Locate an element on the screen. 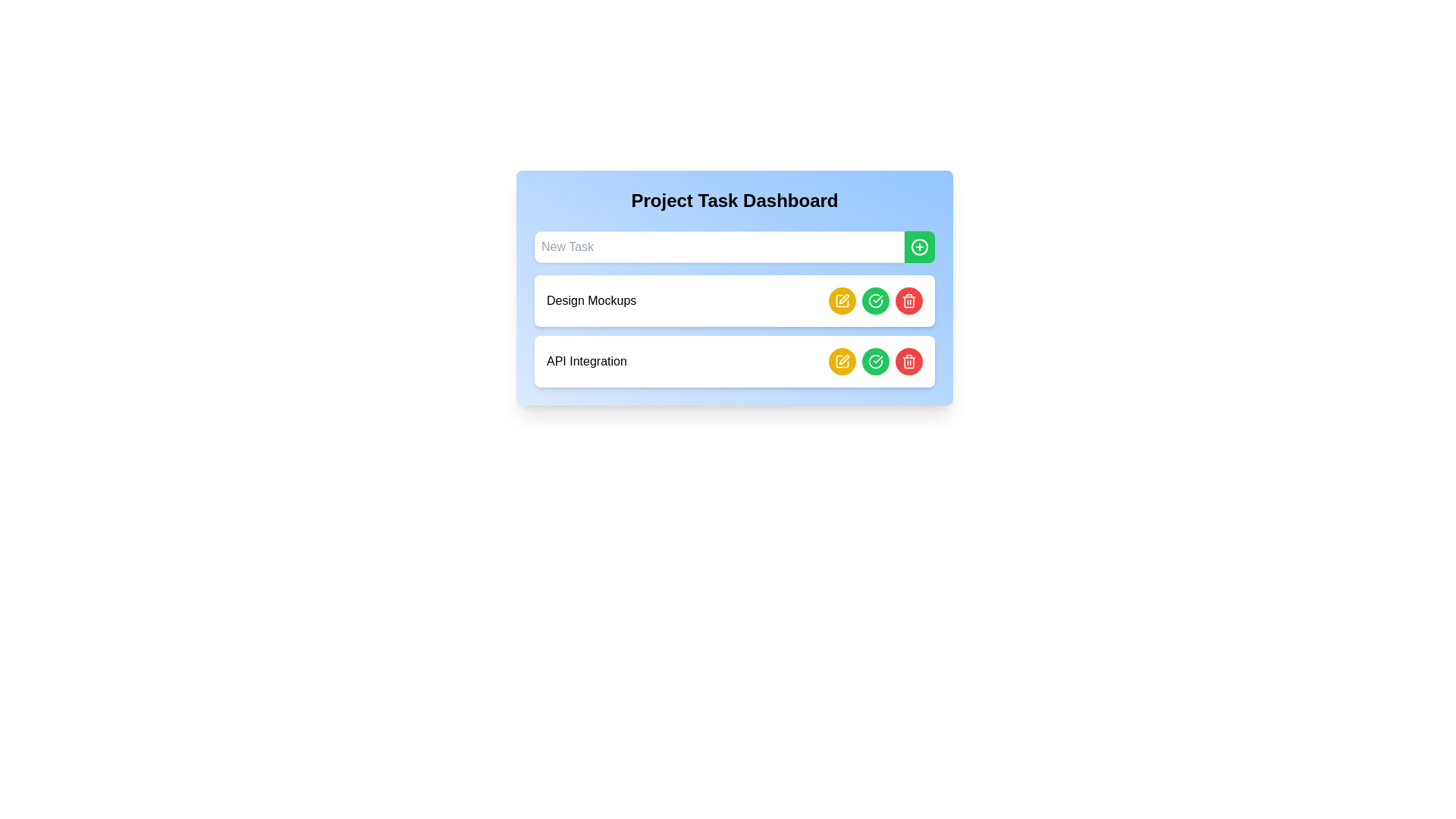  the yellow icon button resembling a square with a downward stroke, located in the second task item row to the left of the green circular checkmark icon is located at coordinates (841, 301).